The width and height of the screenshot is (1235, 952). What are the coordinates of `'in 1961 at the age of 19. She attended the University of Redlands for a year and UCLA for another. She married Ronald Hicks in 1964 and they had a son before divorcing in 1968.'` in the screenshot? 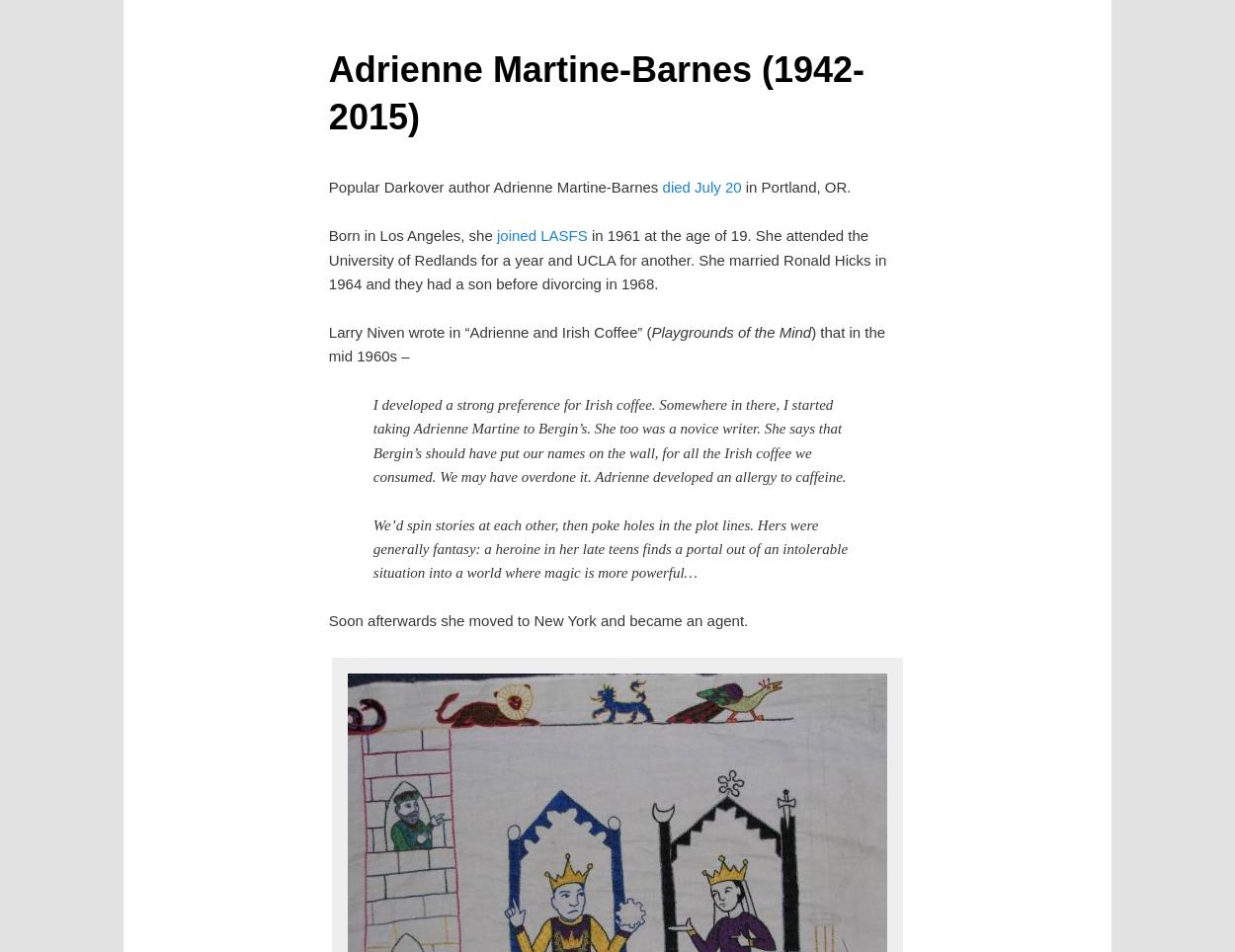 It's located at (606, 258).